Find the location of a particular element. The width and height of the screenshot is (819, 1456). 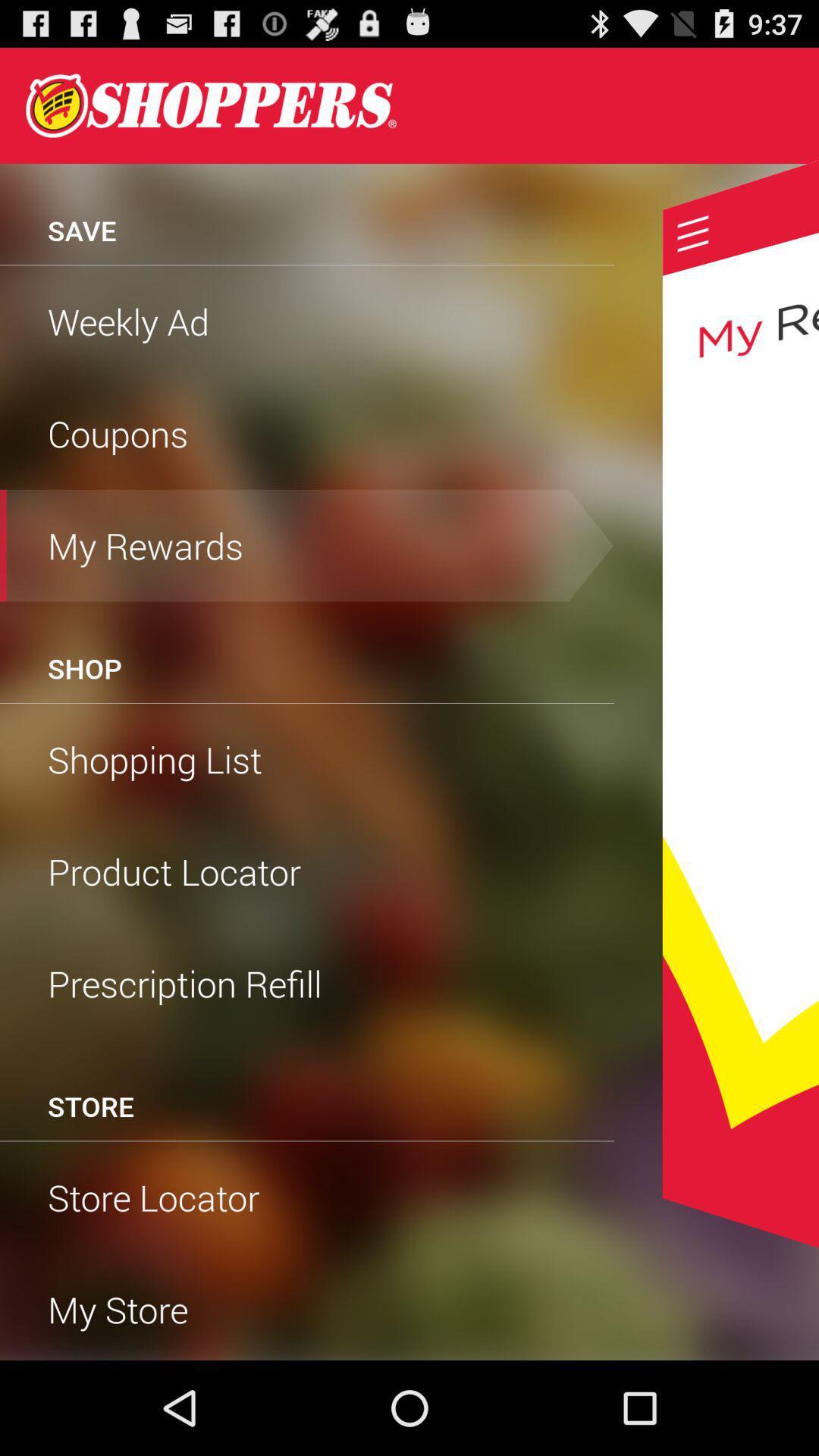

see my rewards is located at coordinates (739, 703).